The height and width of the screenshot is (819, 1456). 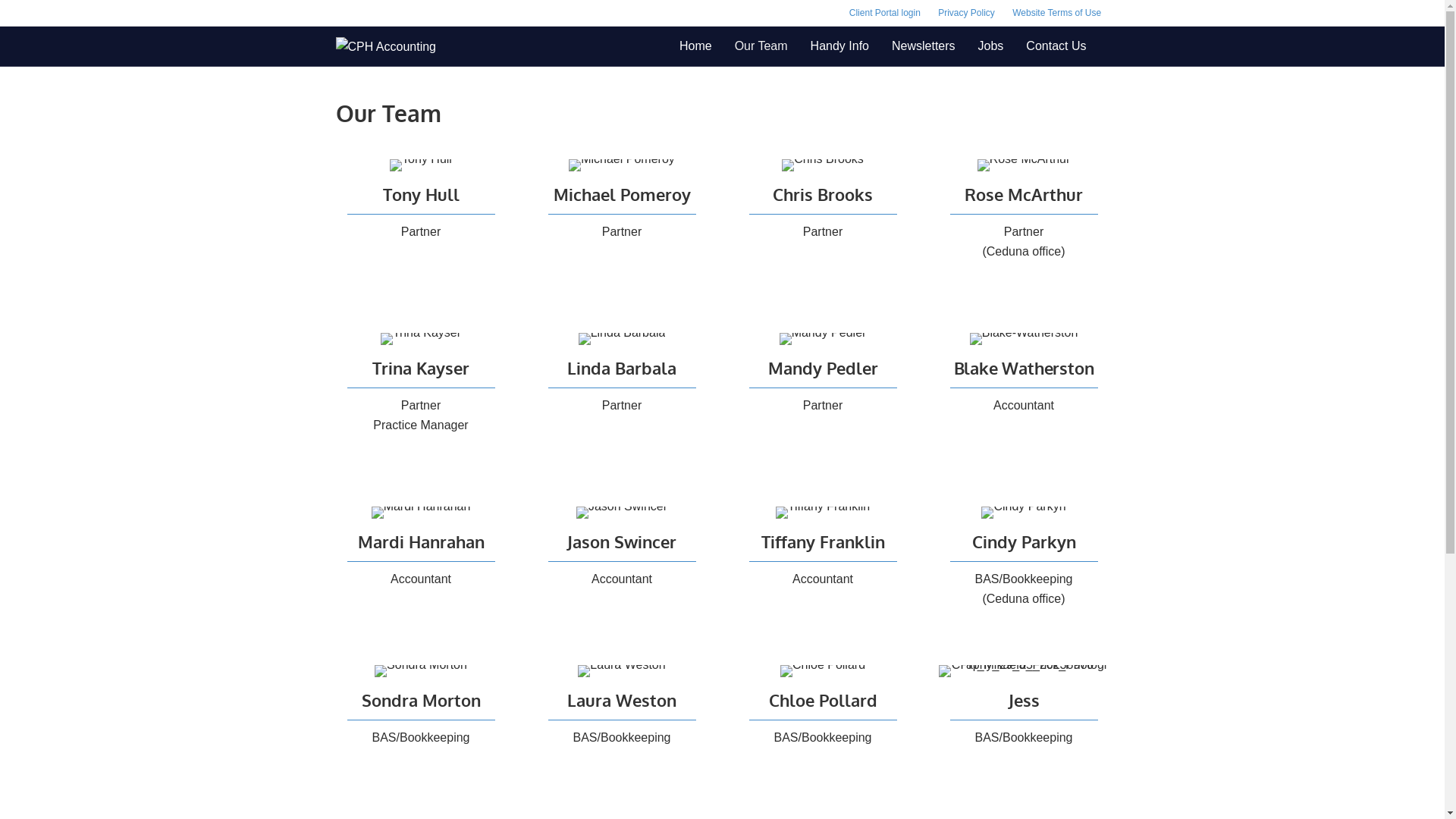 What do you see at coordinates (839, 45) in the screenshot?
I see `'Handy Info'` at bounding box center [839, 45].